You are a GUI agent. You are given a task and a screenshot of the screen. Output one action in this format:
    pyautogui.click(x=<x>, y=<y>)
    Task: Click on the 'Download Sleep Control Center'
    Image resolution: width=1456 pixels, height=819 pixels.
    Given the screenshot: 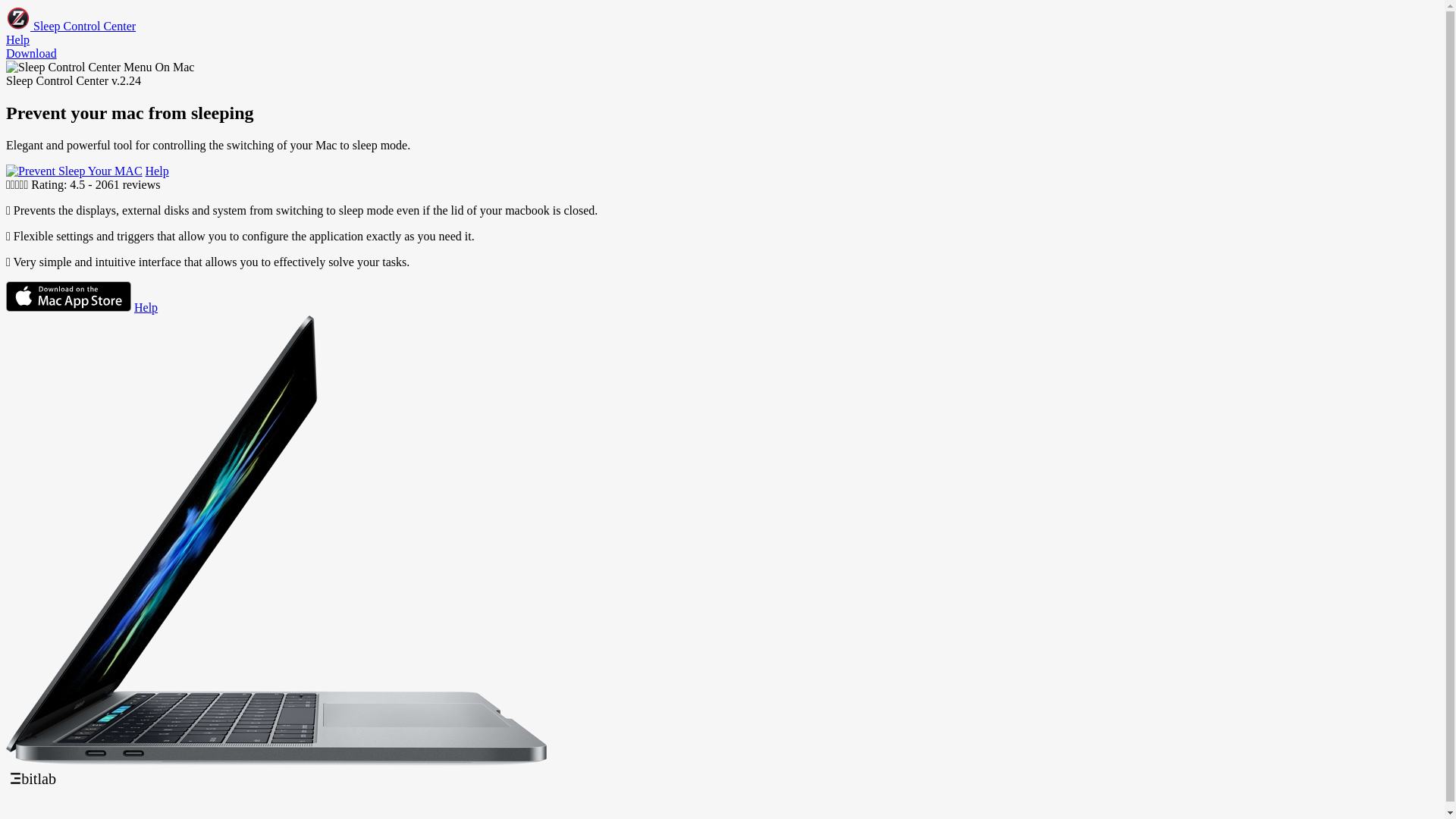 What is the action you would take?
    pyautogui.click(x=67, y=307)
    